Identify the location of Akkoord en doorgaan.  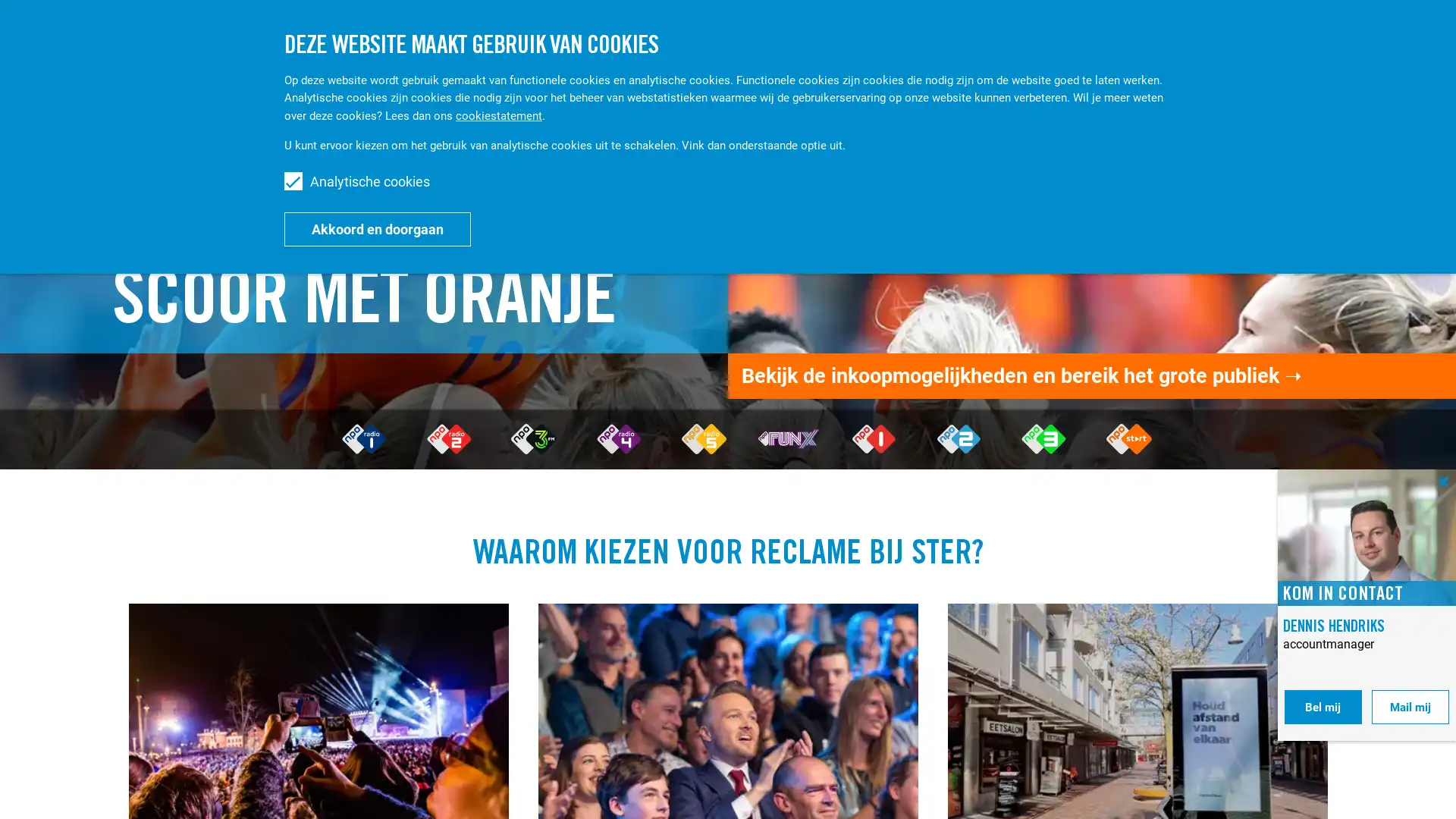
(378, 228).